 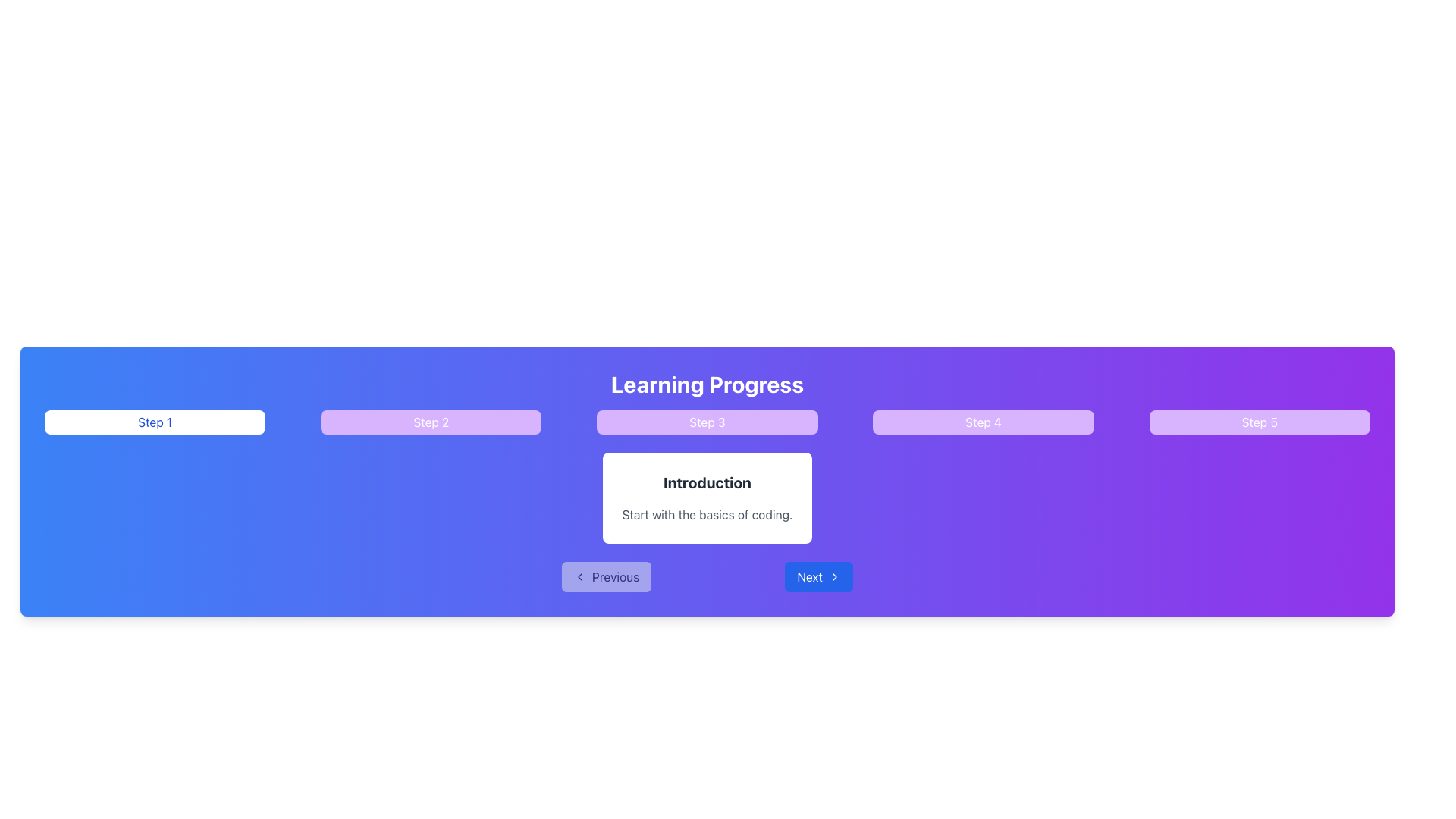 What do you see at coordinates (616, 576) in the screenshot?
I see `text 'Previous' displayed within the button located in the lower-left section of the interface, which has a light gray background and a left-pointing arrow icon` at bounding box center [616, 576].